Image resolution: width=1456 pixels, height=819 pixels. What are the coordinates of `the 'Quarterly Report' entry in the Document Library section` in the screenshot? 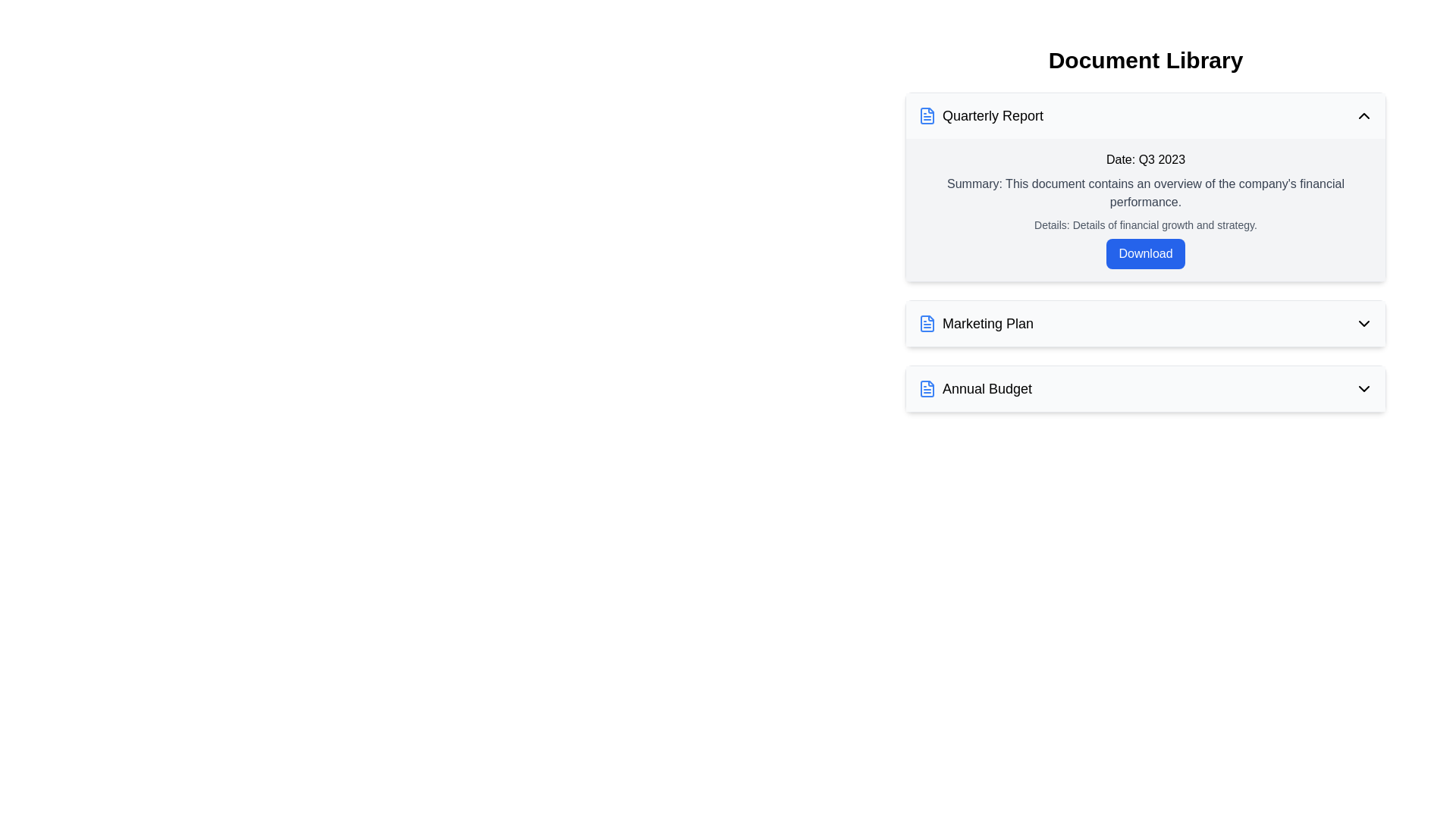 It's located at (1146, 251).